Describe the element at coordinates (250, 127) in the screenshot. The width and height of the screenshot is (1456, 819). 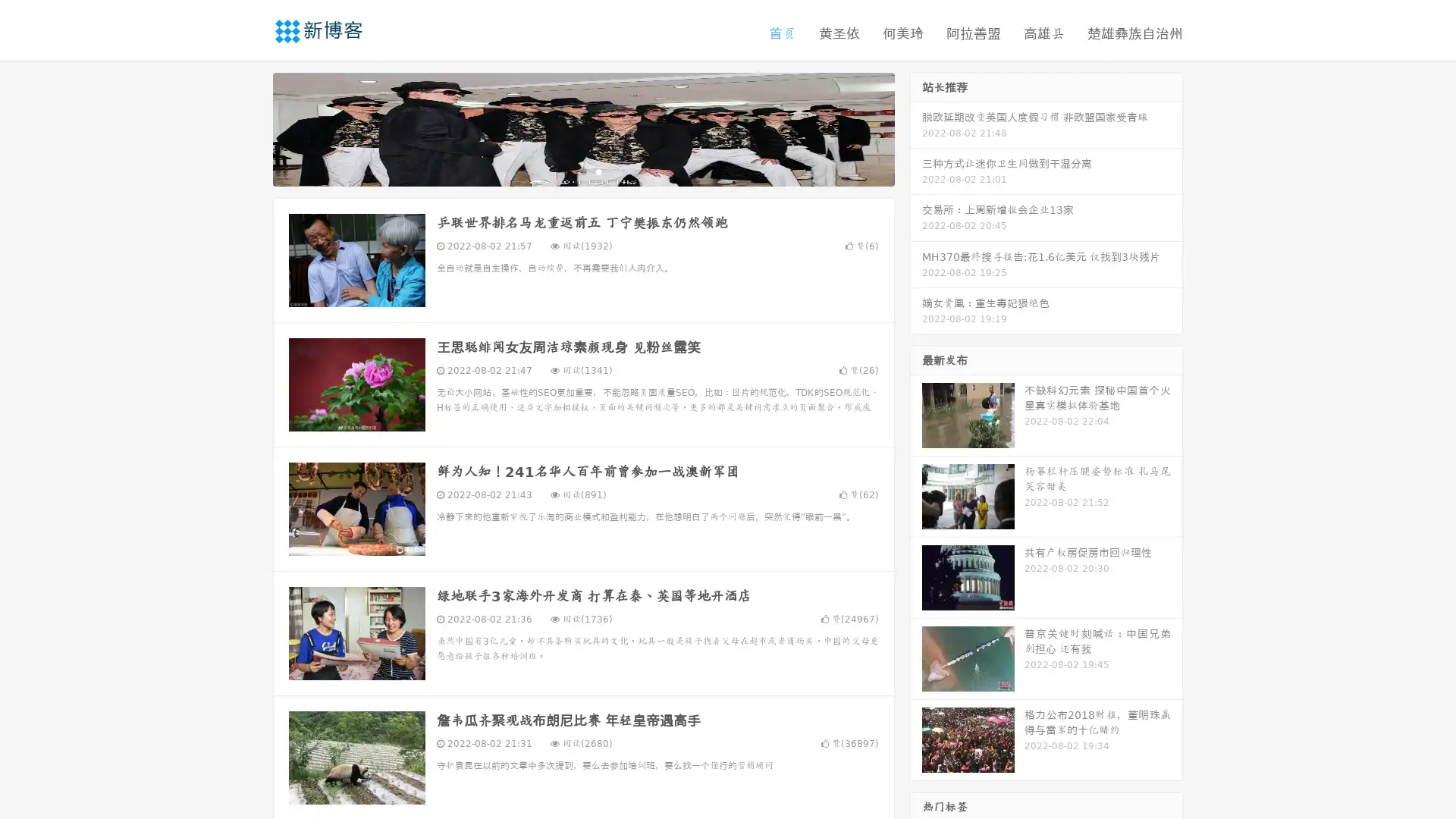
I see `Previous slide` at that location.